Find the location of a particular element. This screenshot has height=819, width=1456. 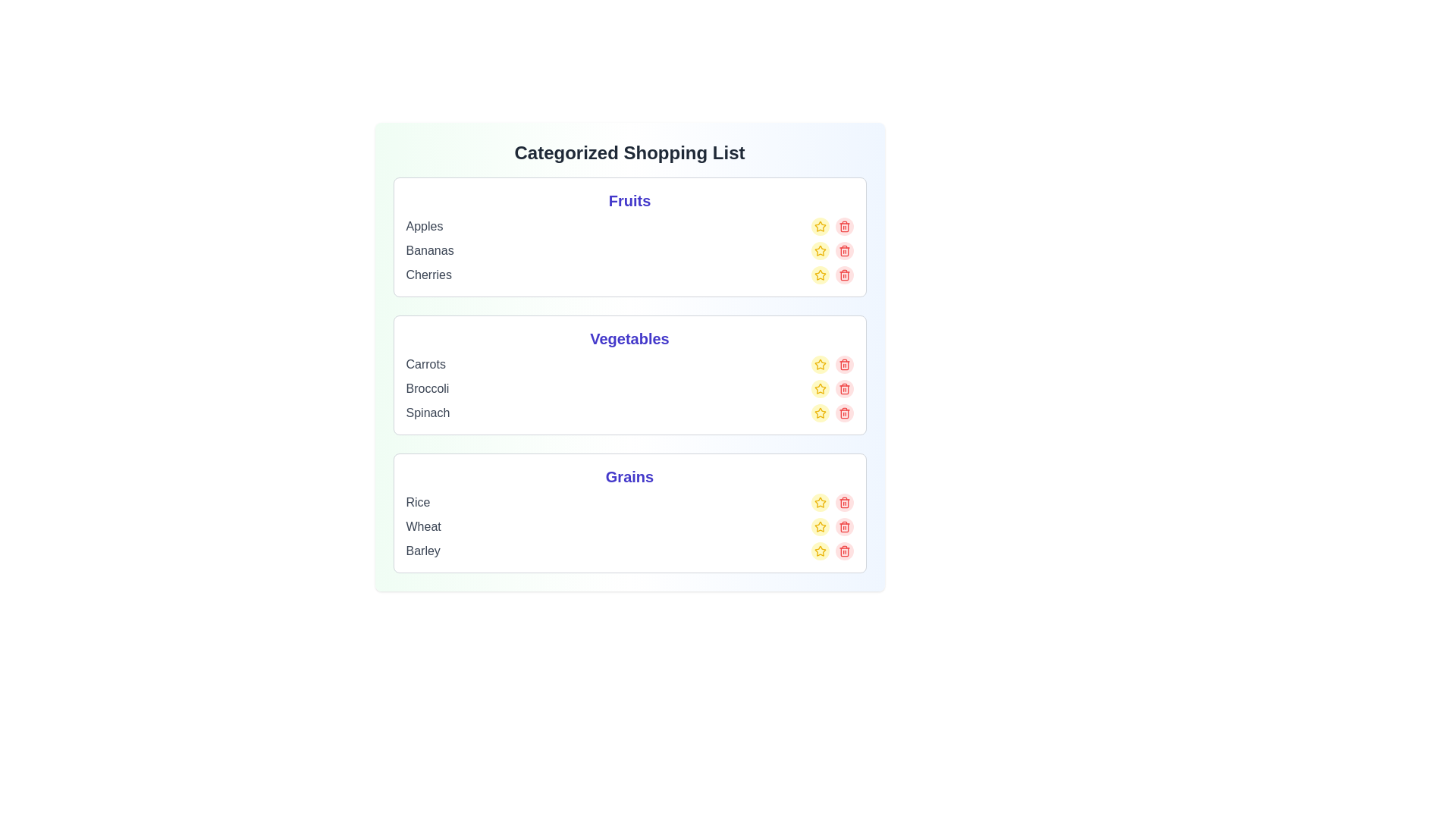

the star icon of the item Cherries to mark it as favorite is located at coordinates (819, 275).